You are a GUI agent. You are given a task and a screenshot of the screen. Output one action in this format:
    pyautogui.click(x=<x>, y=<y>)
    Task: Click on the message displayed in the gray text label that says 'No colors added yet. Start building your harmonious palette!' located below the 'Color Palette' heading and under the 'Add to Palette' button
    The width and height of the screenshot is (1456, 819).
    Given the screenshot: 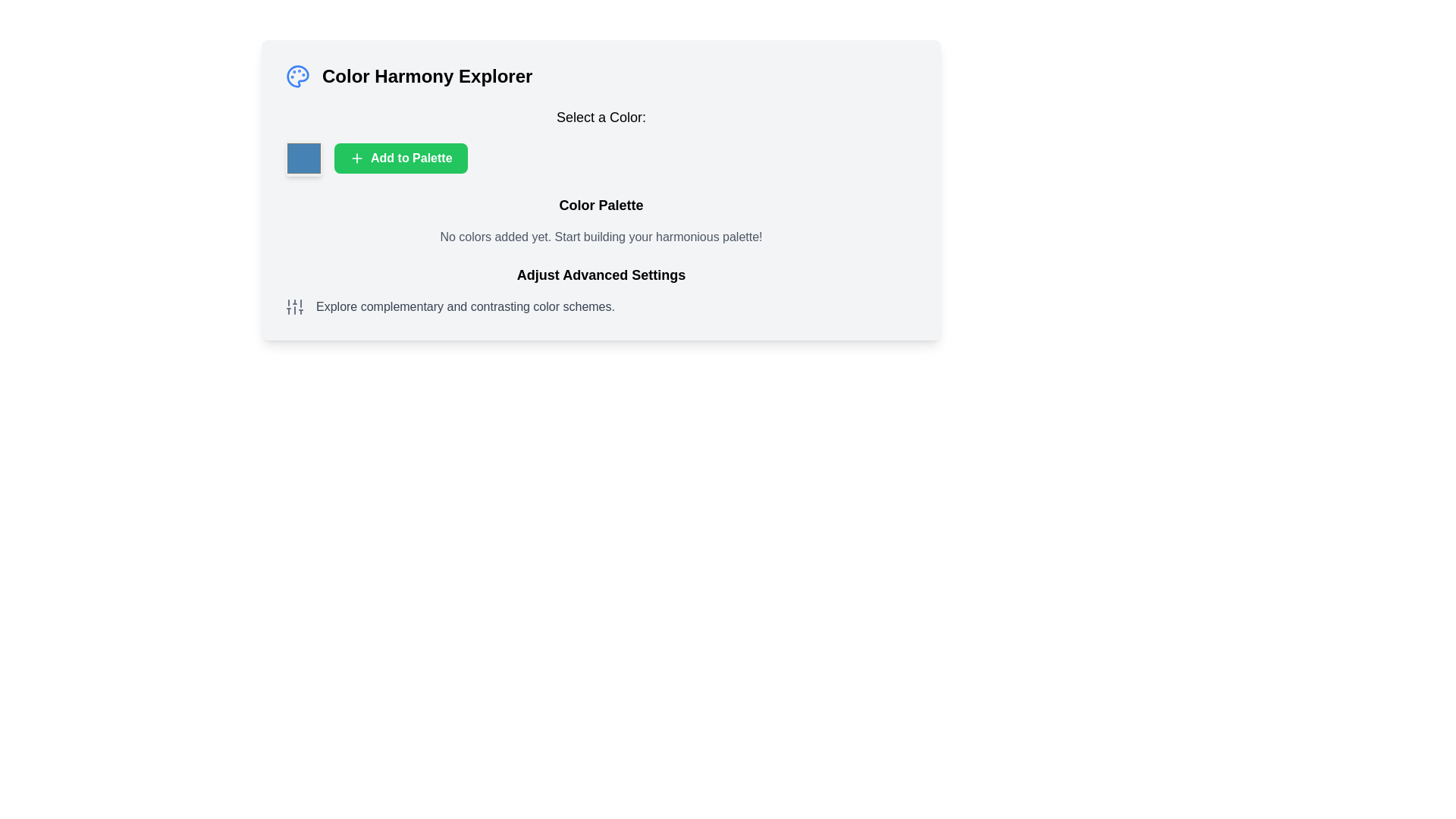 What is the action you would take?
    pyautogui.click(x=600, y=237)
    